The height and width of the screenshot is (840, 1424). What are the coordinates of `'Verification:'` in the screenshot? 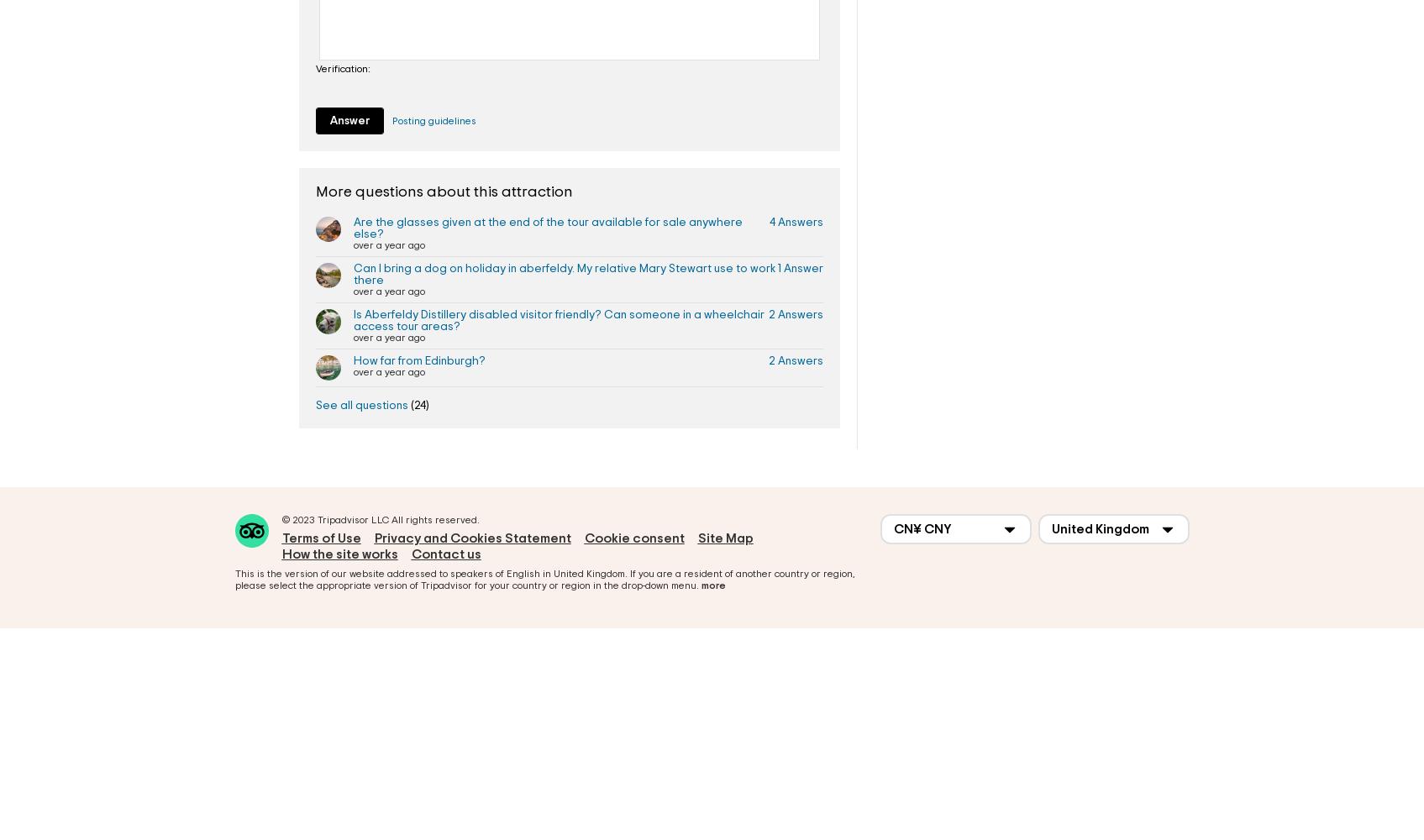 It's located at (343, 67).